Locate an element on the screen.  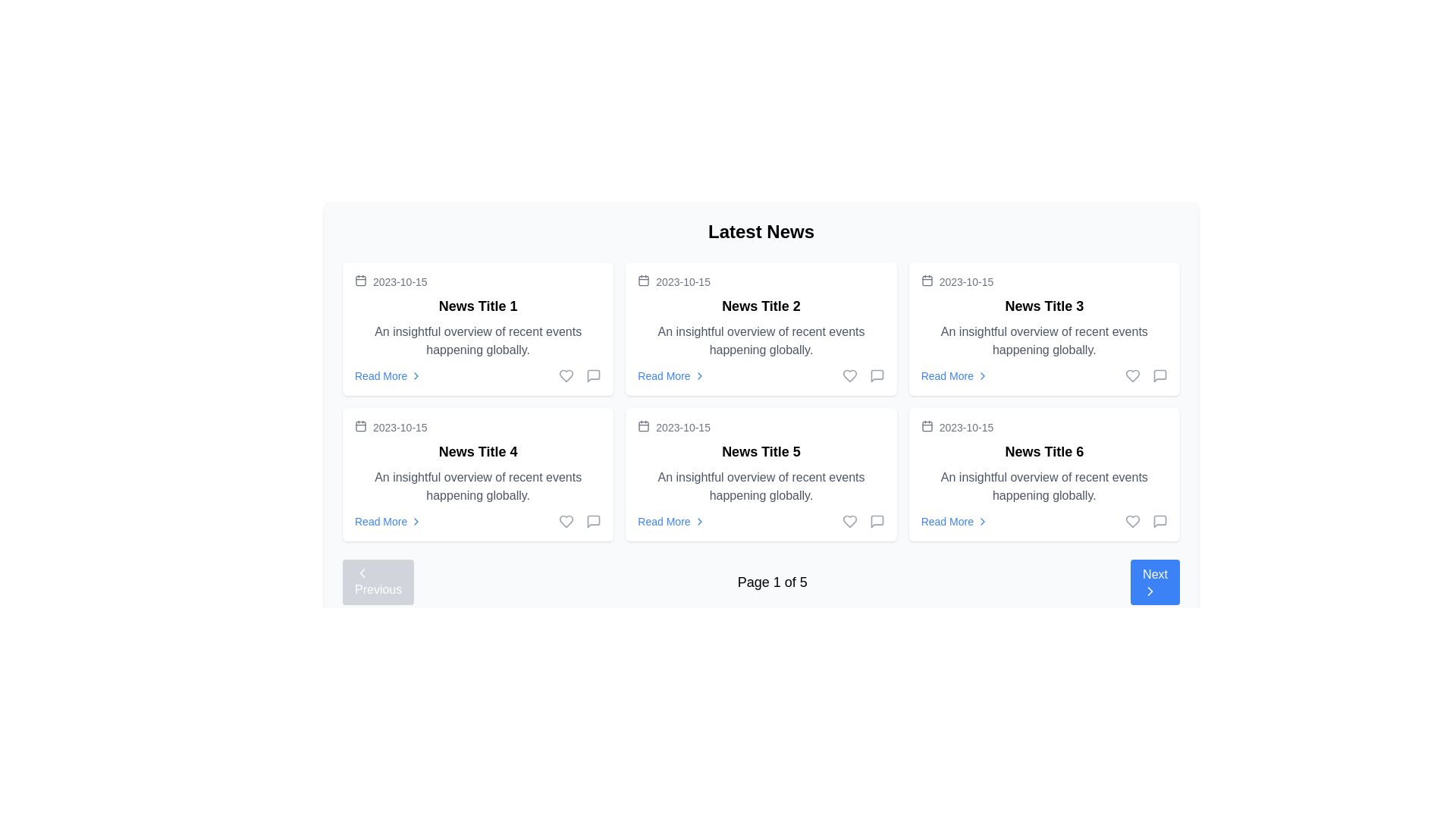
the gray speech bubble icon located to the left of the heart icon in the action group at the bottom right corner of the card labeled 'News Title 4' is located at coordinates (593, 520).